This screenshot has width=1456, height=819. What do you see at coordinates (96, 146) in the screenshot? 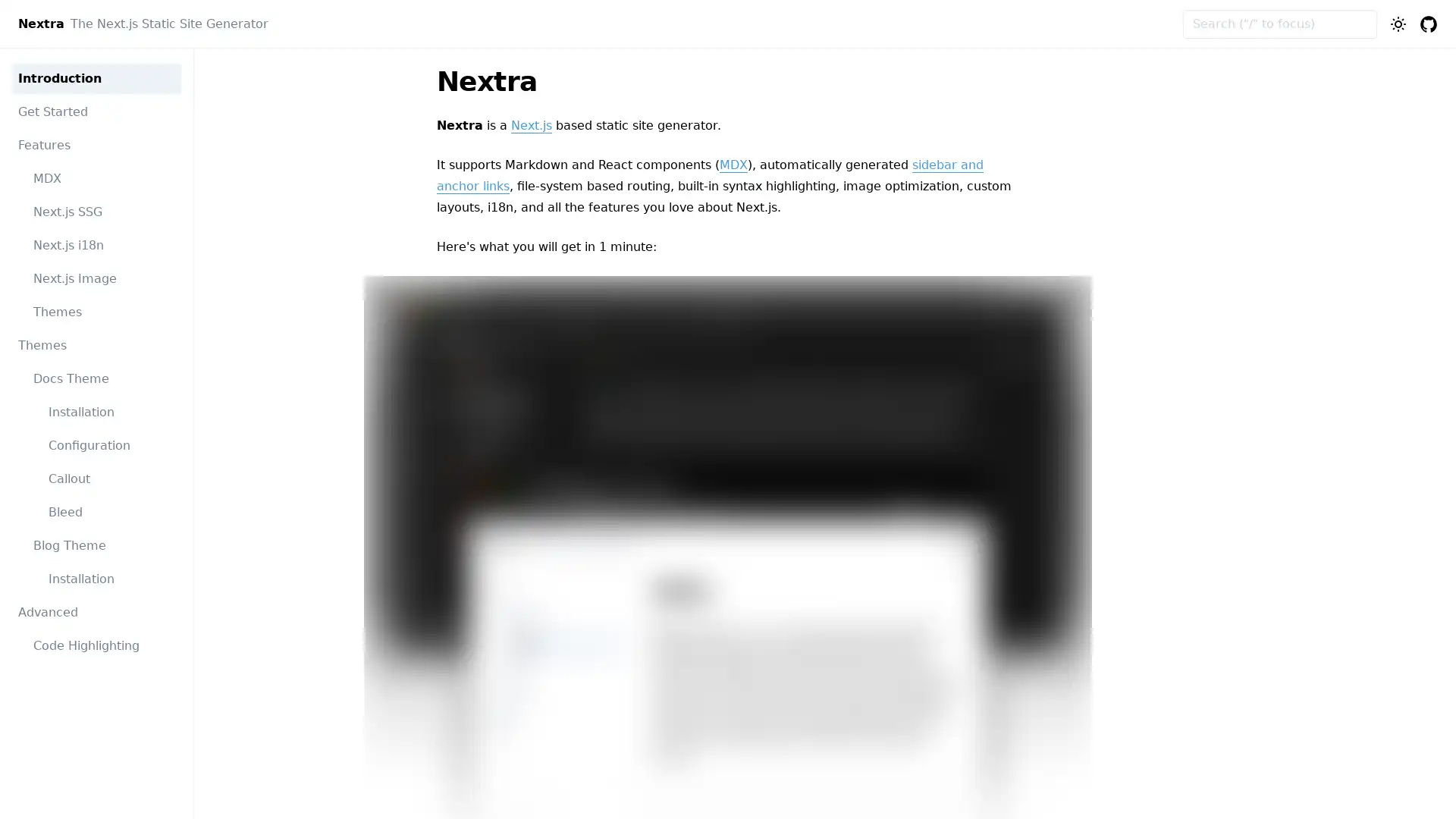
I see `Features` at bounding box center [96, 146].